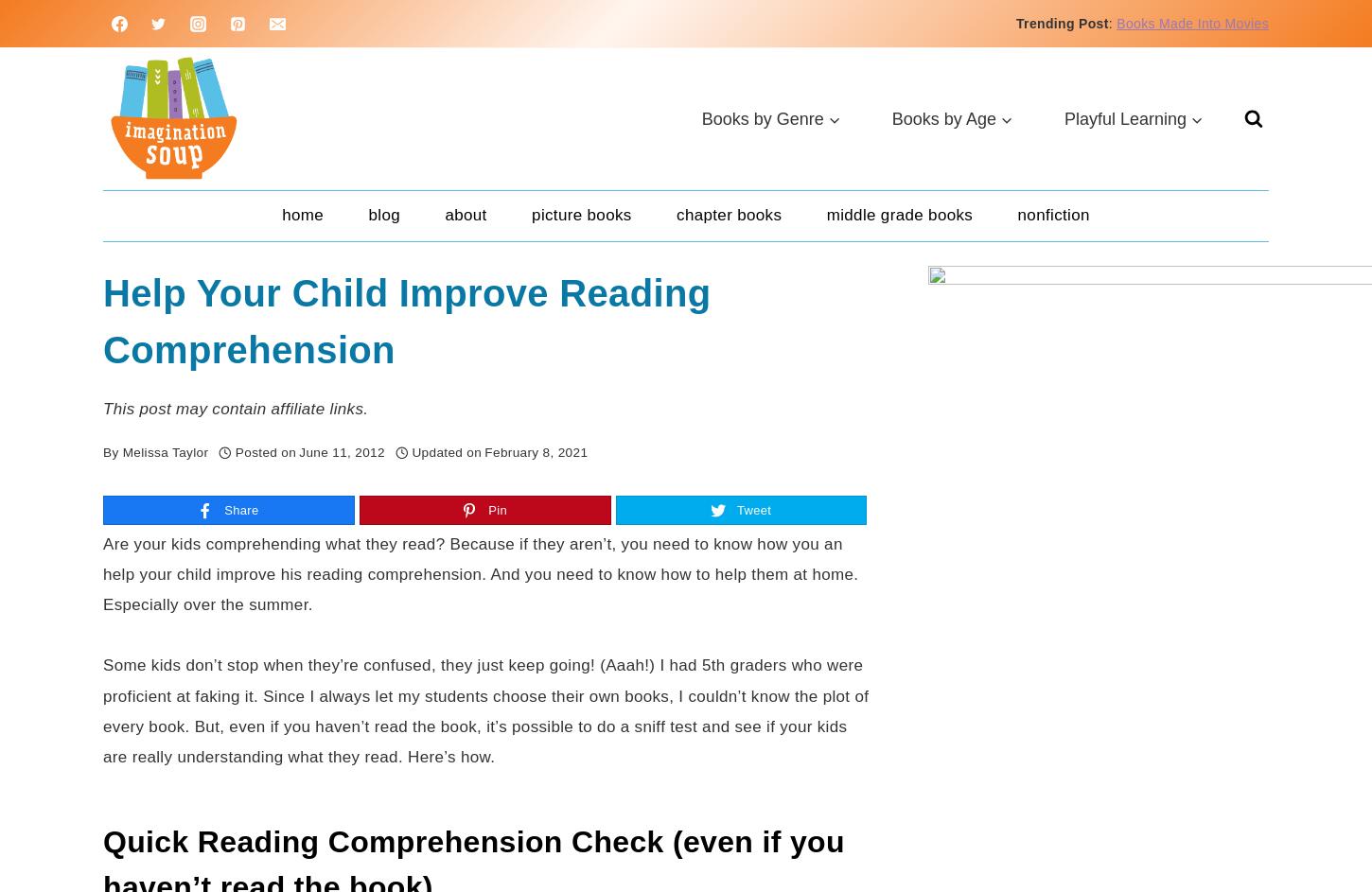  I want to click on 'home', so click(303, 215).